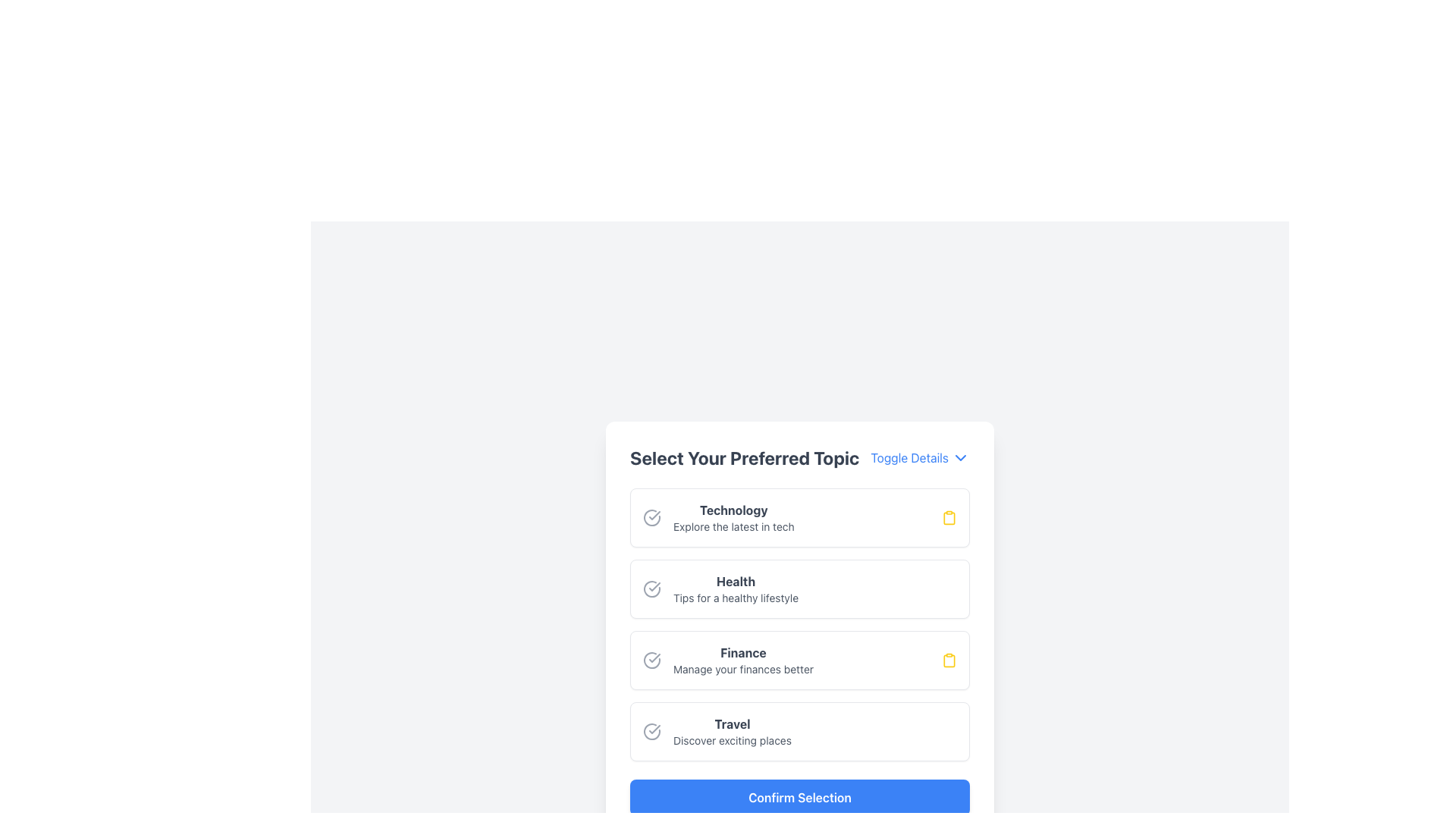 The height and width of the screenshot is (819, 1456). I want to click on the checkbox icon representing selection for the health-related topic under the 'Select Your Preferred Topic' heading, so click(651, 588).